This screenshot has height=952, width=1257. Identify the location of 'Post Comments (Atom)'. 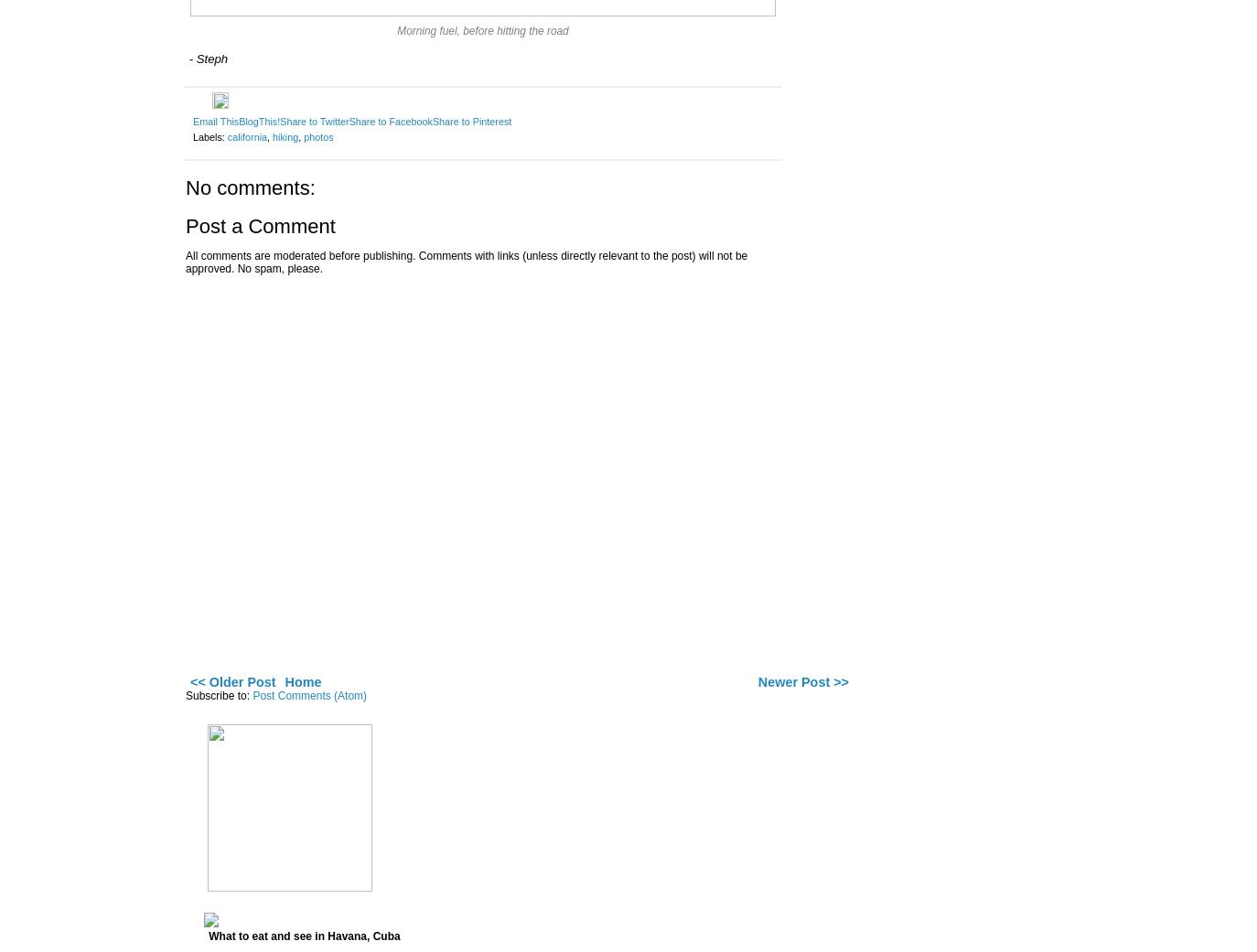
(308, 695).